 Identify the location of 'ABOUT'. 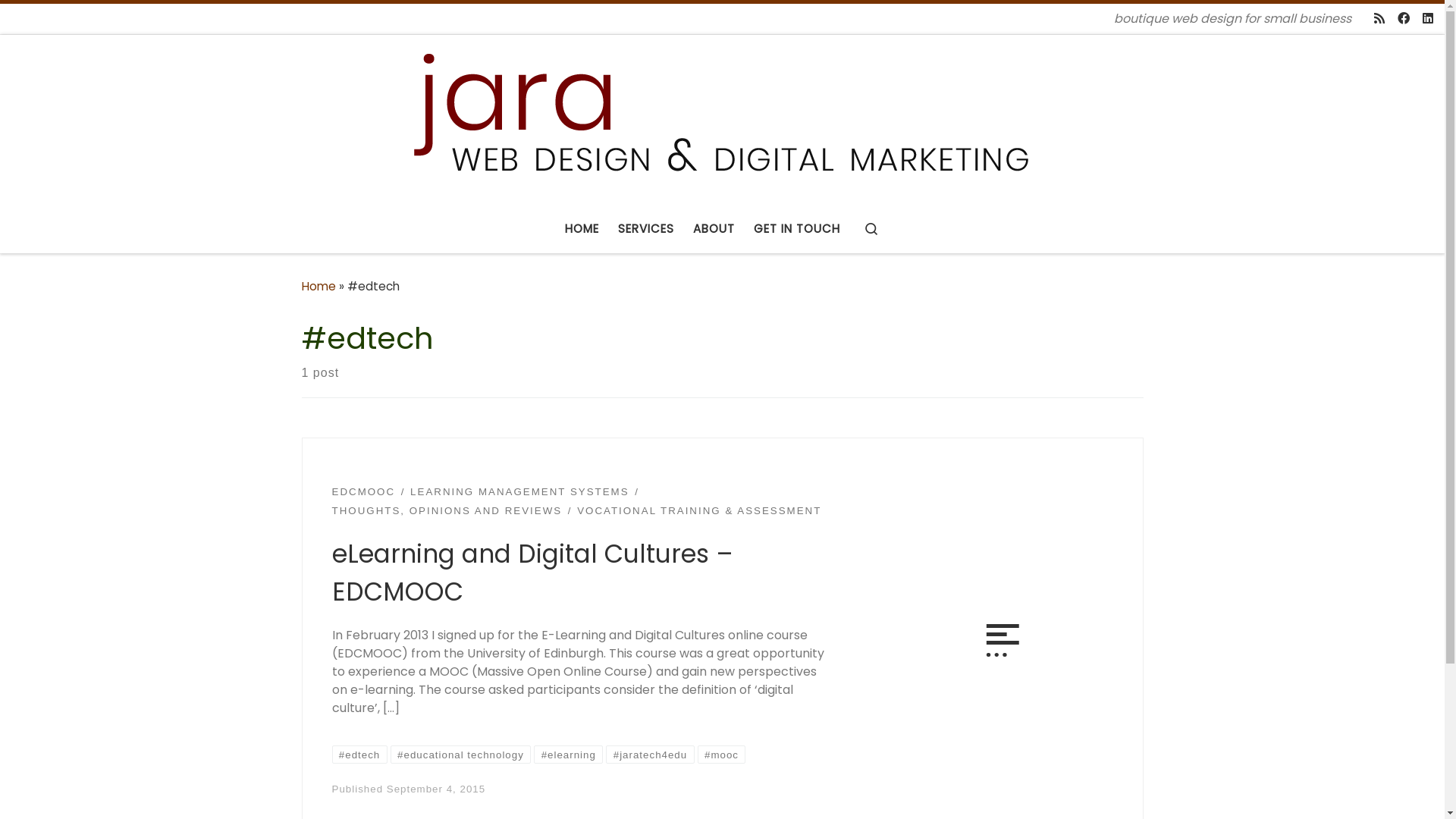
(713, 228).